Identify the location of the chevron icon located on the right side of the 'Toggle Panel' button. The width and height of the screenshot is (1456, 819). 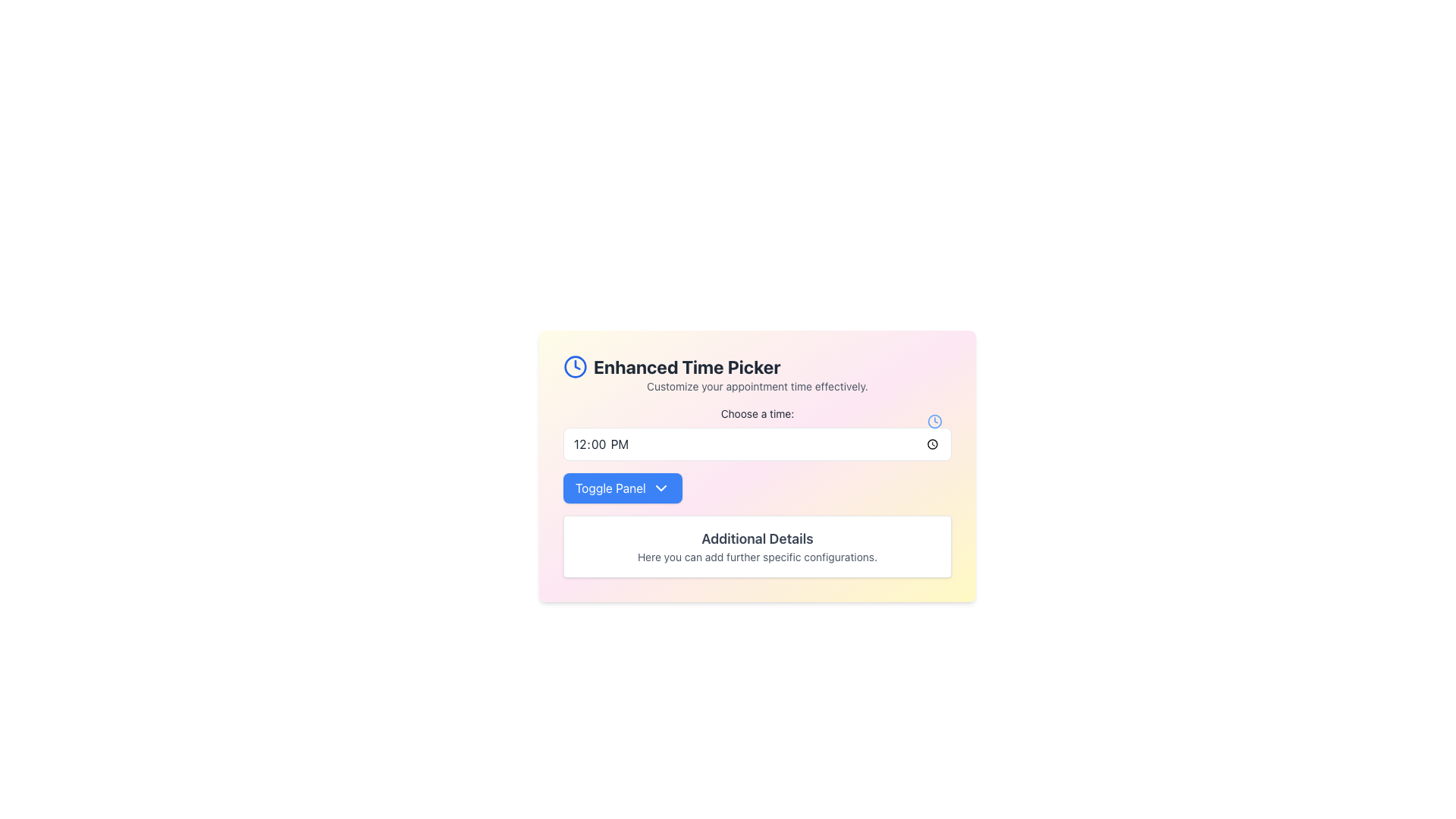
(661, 488).